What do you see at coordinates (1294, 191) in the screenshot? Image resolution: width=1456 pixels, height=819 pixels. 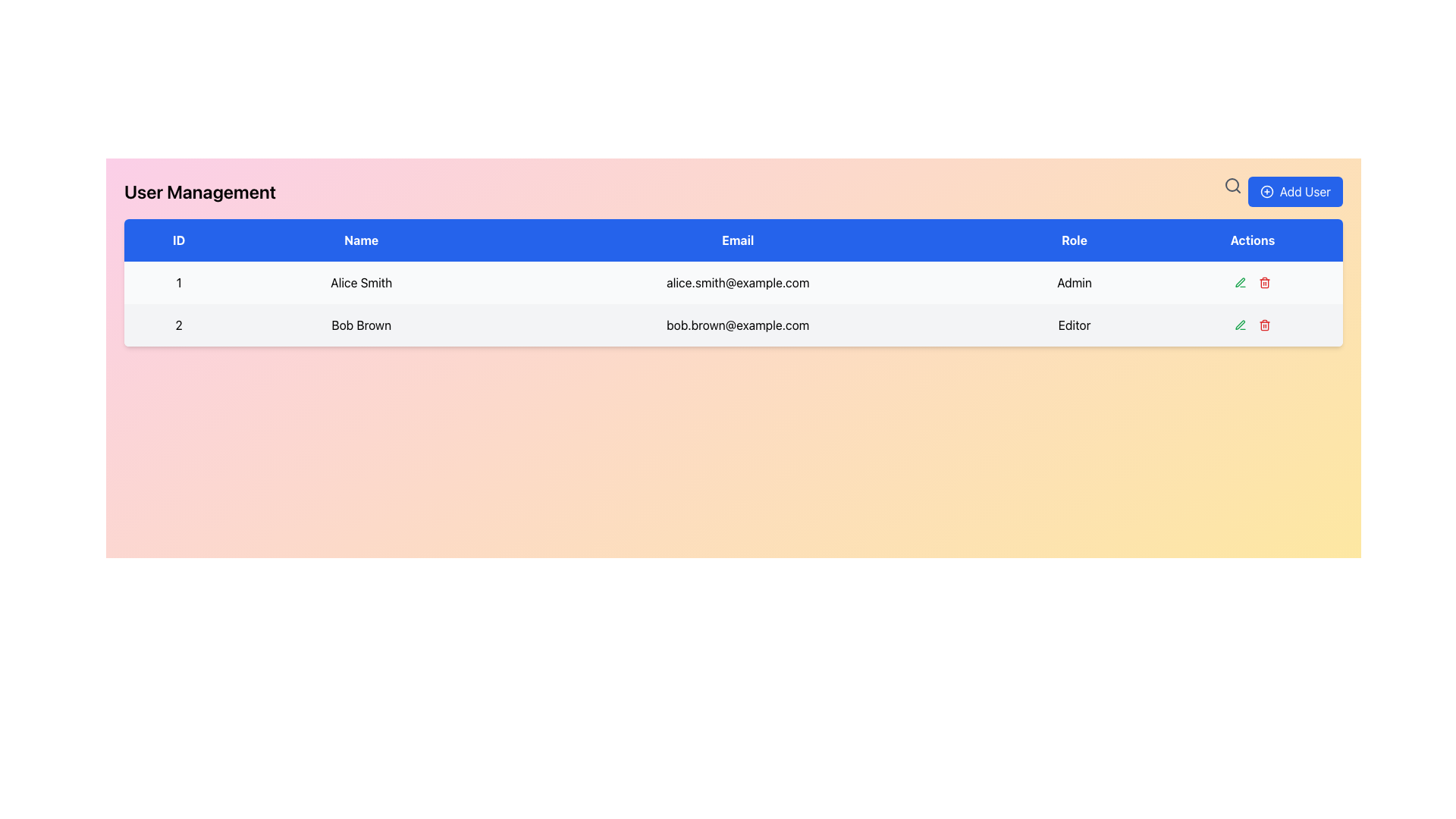 I see `the 'Add New User' button located in the top-right corner of the interface, which opens a form or modal for entering user details` at bounding box center [1294, 191].